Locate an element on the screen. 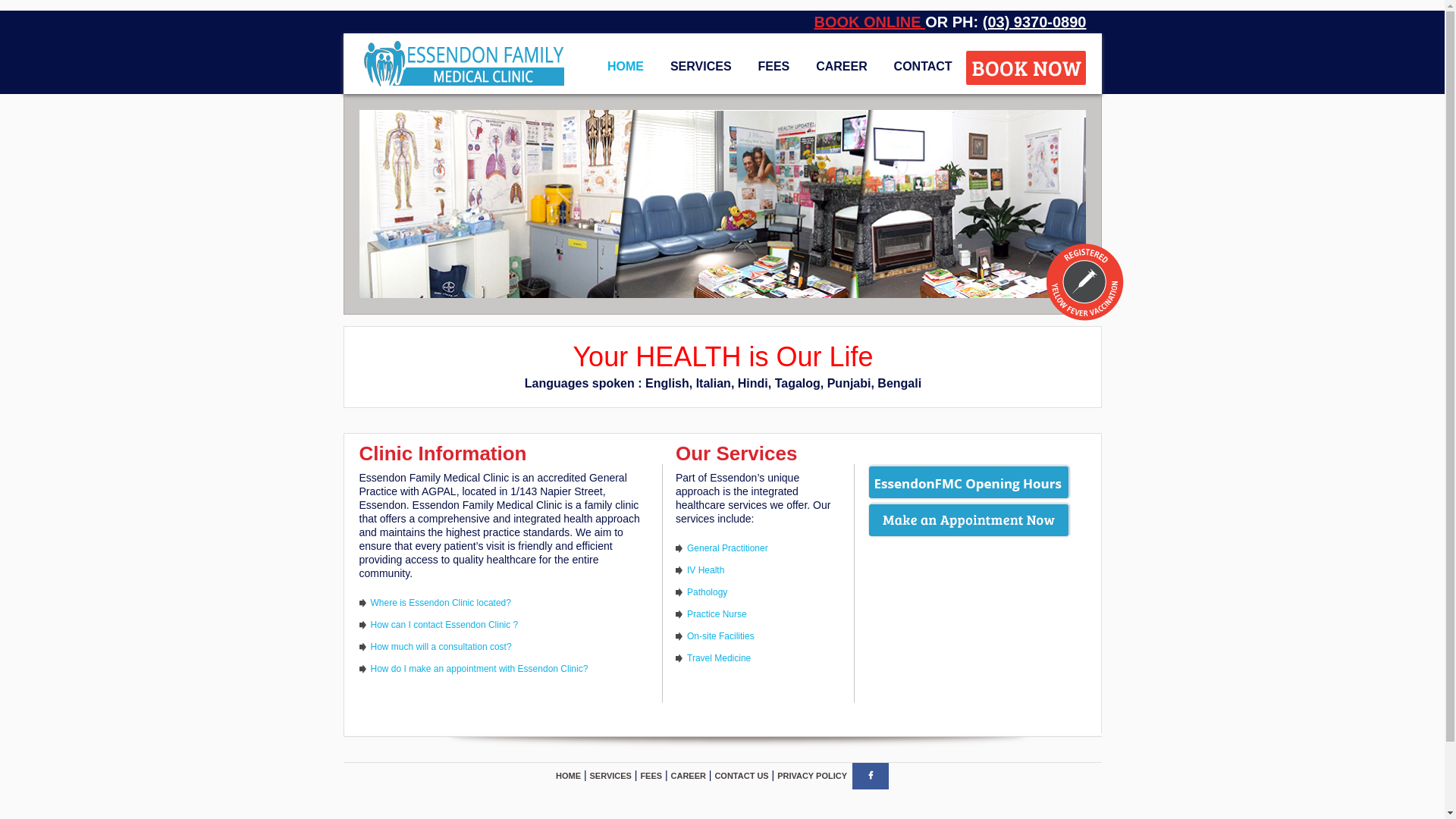  'HOME' is located at coordinates (626, 65).